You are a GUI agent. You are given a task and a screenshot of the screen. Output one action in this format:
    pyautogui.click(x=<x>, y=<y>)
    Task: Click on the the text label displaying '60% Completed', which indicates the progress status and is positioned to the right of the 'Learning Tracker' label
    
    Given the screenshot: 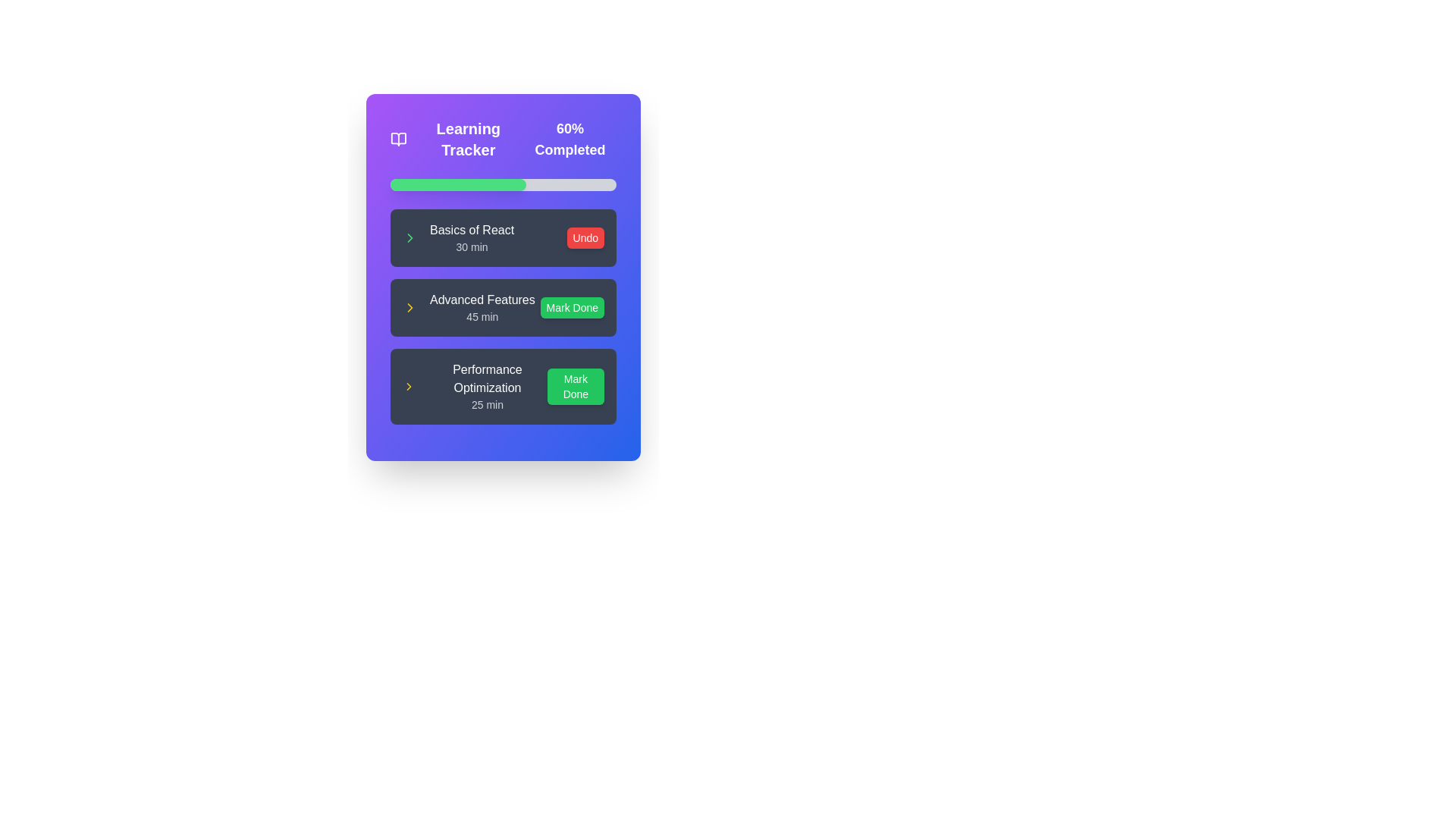 What is the action you would take?
    pyautogui.click(x=569, y=140)
    